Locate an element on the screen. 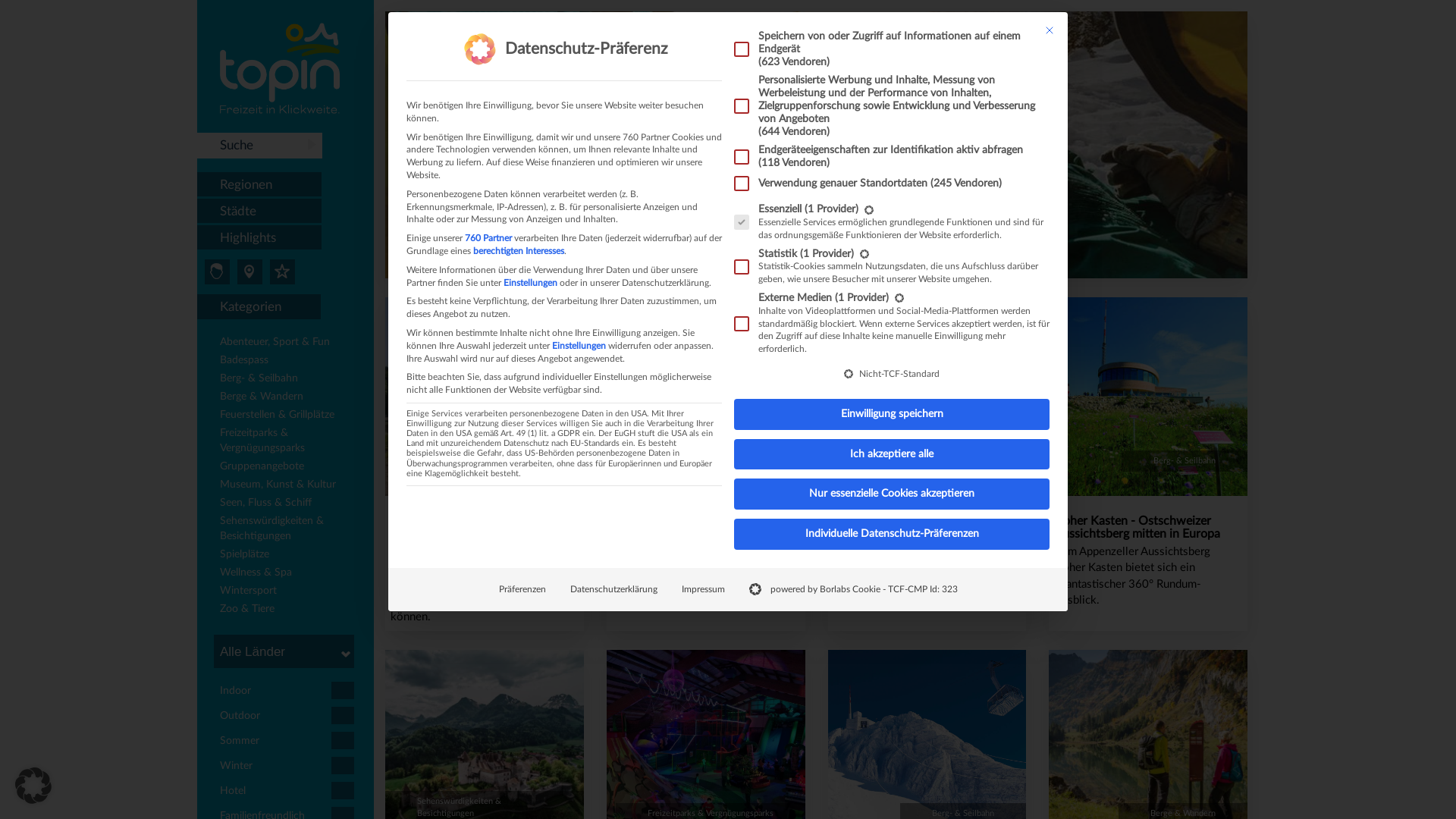 The image size is (1456, 819). 'Wintersport' is located at coordinates (218, 591).